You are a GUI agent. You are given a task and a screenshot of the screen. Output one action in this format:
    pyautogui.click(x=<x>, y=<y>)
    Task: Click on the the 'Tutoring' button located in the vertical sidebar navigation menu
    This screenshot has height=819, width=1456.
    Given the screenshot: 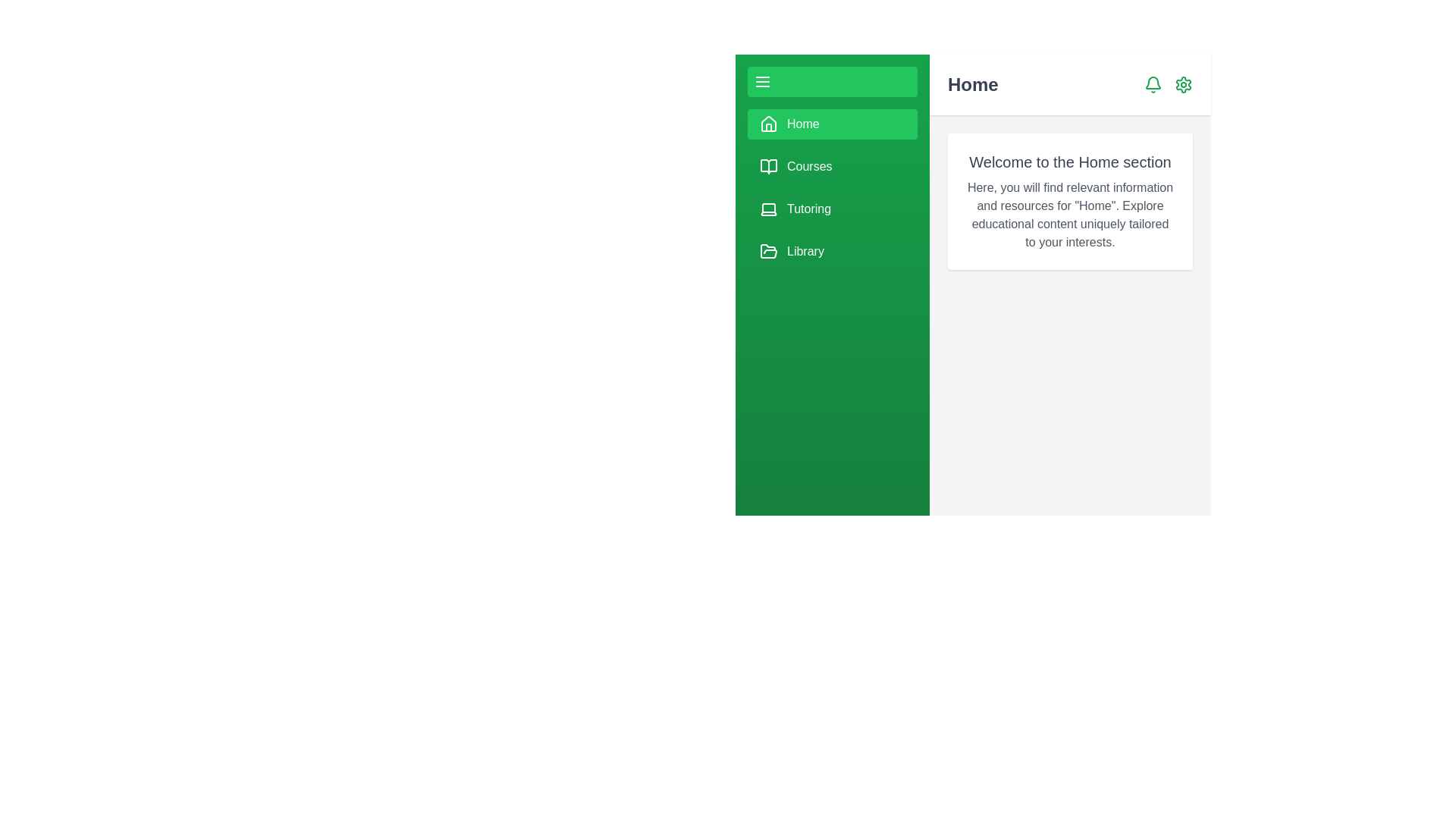 What is the action you would take?
    pyautogui.click(x=832, y=187)
    